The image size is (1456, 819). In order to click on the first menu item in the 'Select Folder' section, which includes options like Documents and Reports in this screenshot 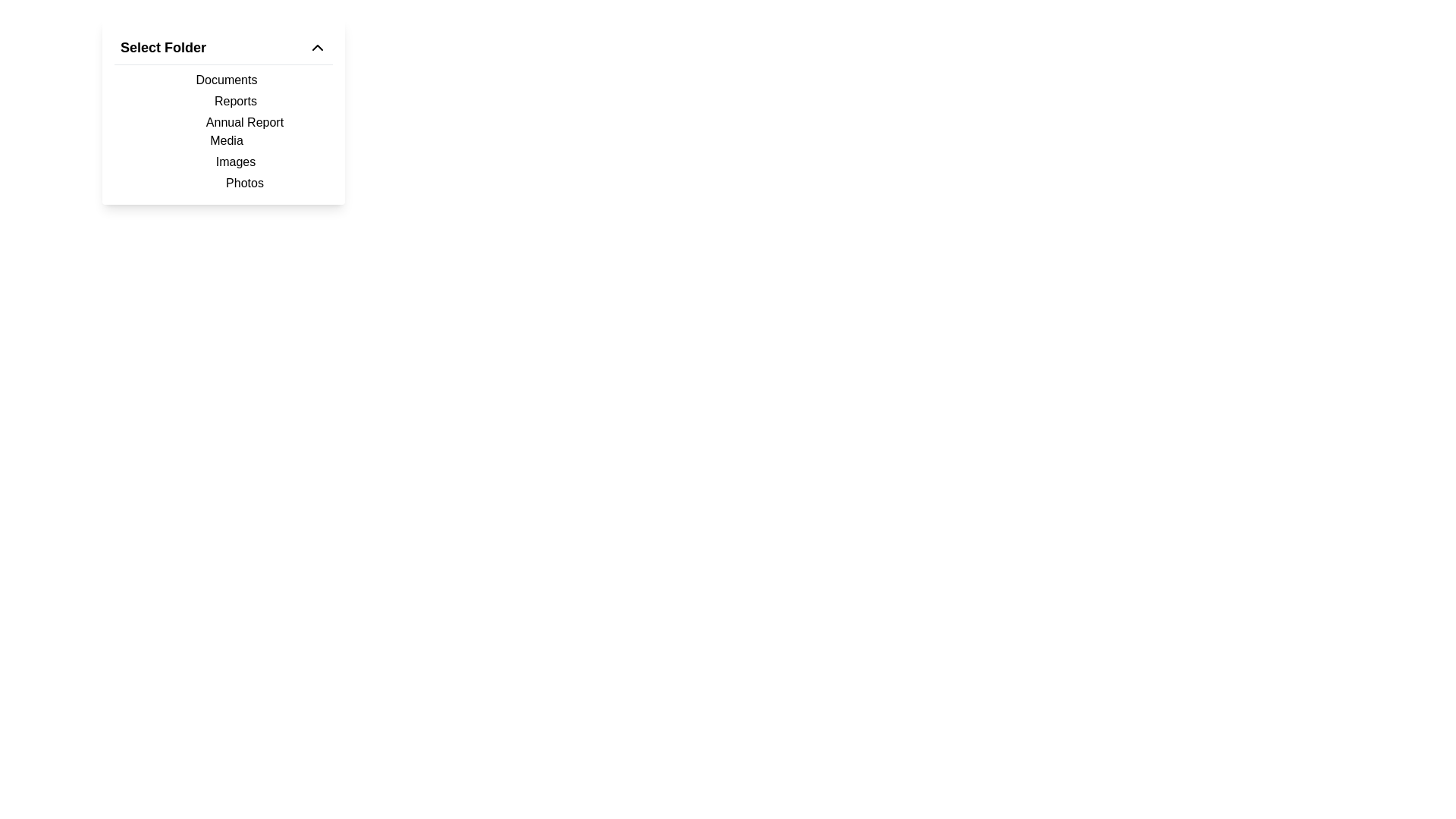, I will do `click(222, 102)`.